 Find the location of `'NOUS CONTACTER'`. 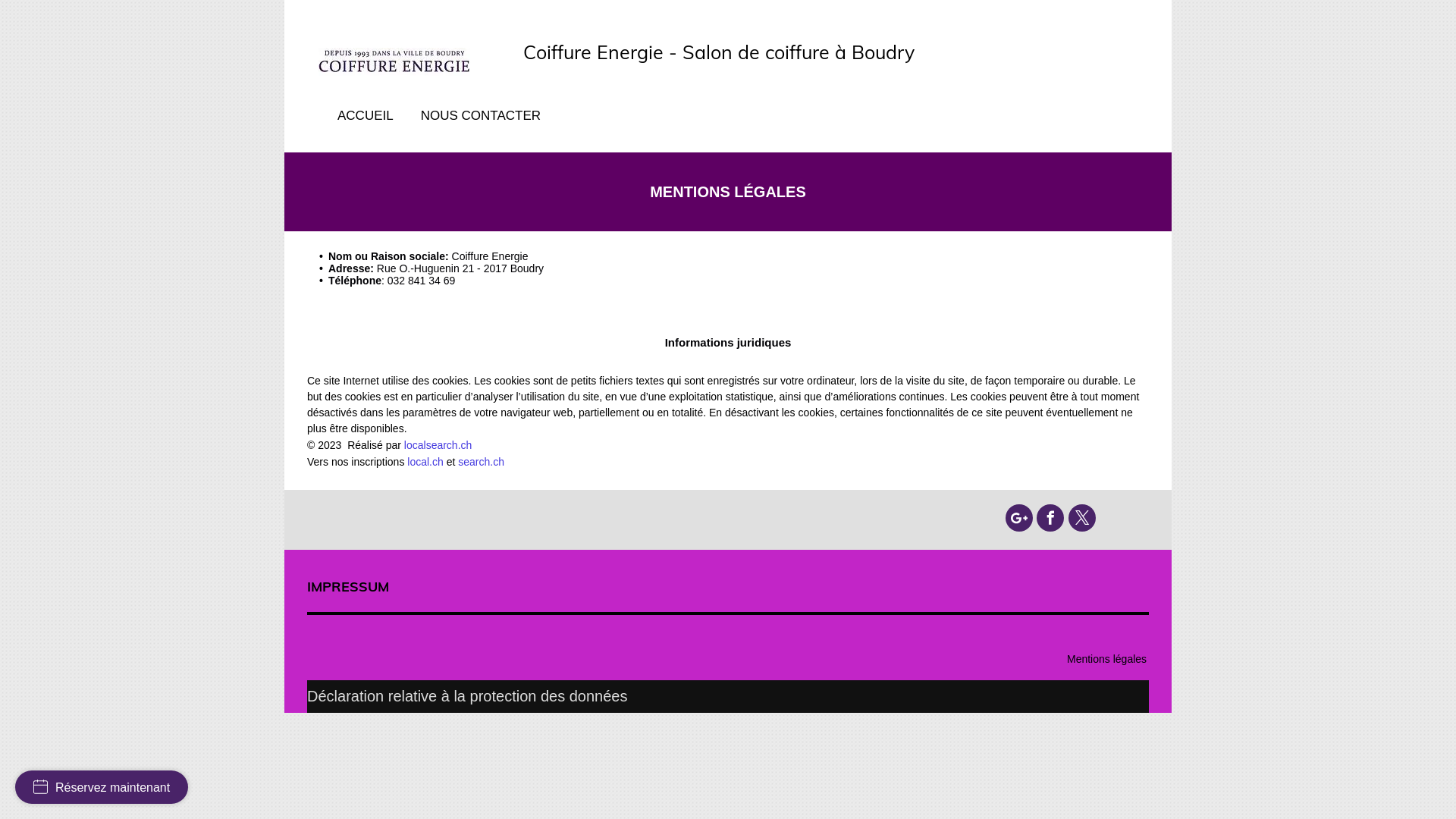

'NOUS CONTACTER' is located at coordinates (482, 115).